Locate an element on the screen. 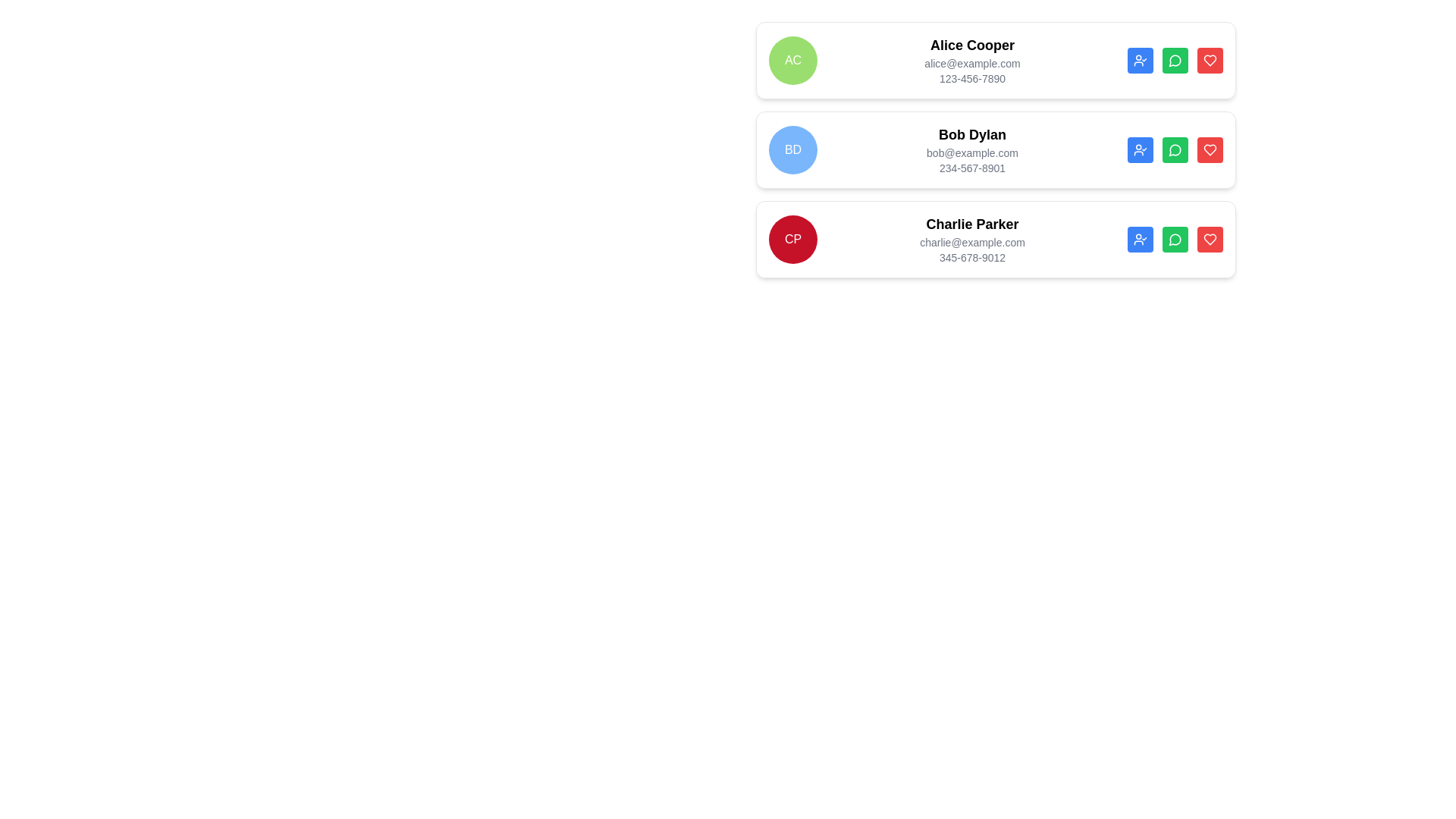  the circular badge displaying the letters 'BD' in white text, which is part of the second card titled 'Bob Dylan' is located at coordinates (792, 149).